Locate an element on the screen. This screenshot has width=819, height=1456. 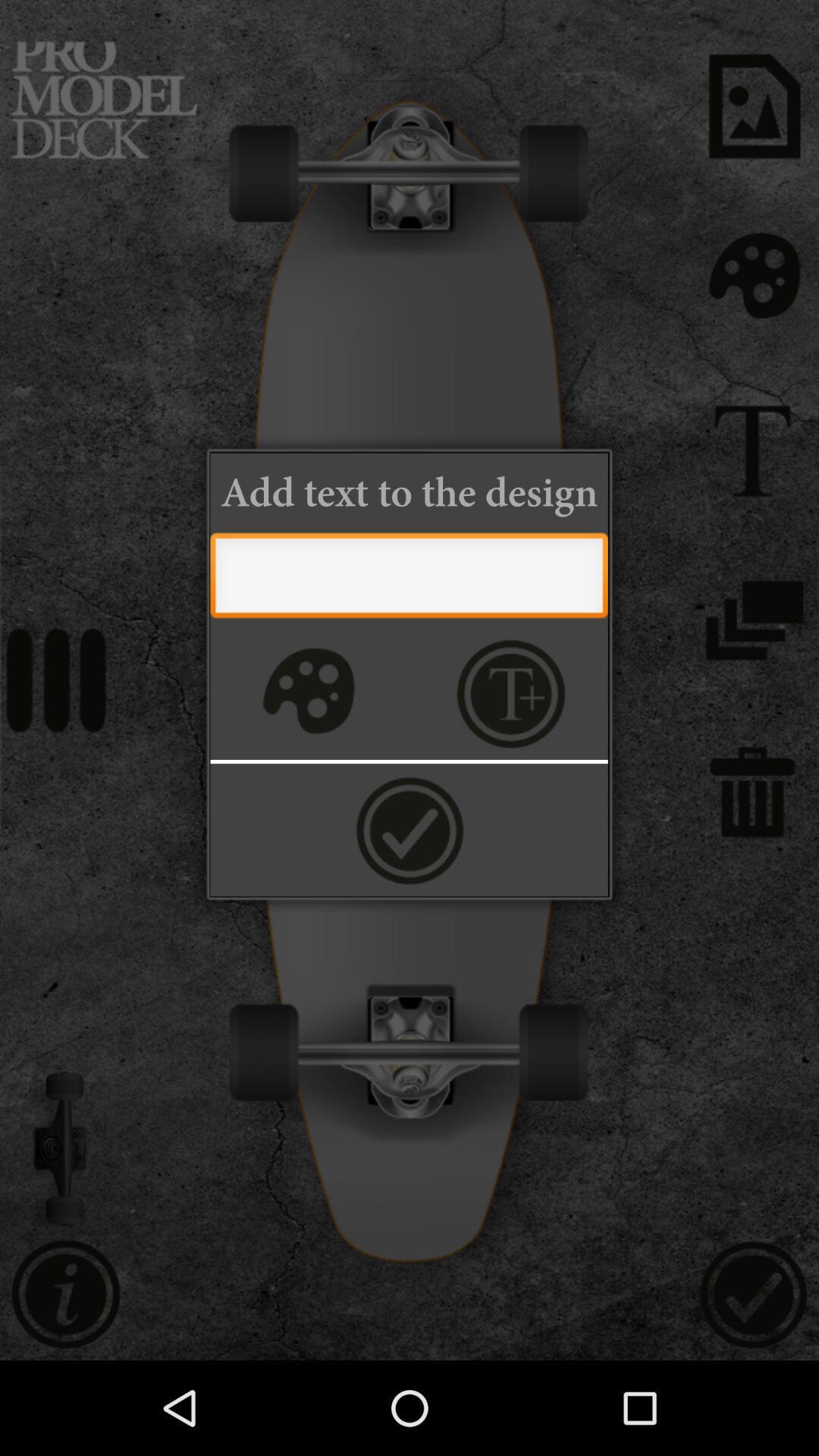
advance is located at coordinates (408, 829).